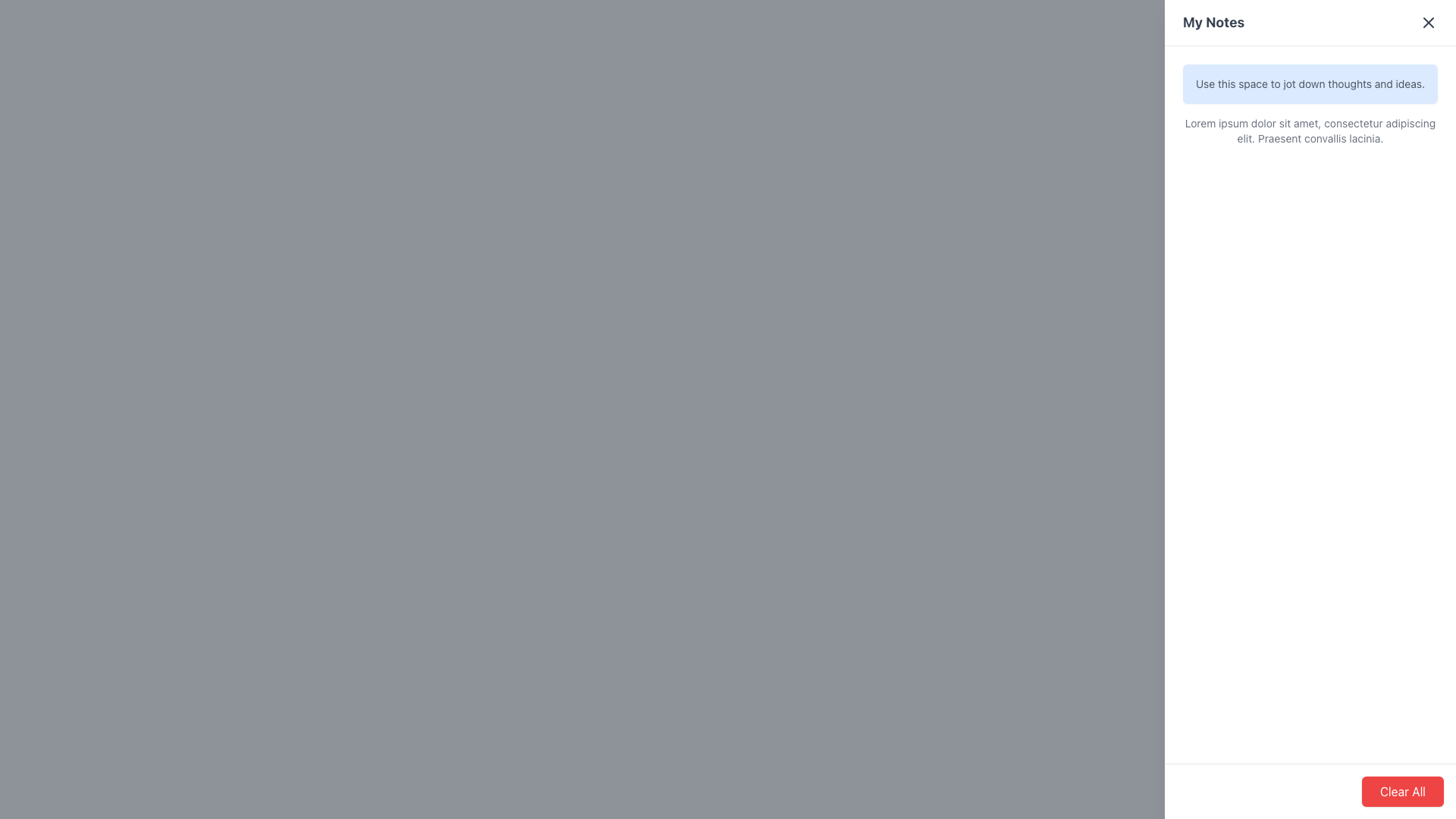 Image resolution: width=1456 pixels, height=819 pixels. What do you see at coordinates (1427, 23) in the screenshot?
I see `the close button located at the top-right corner of the 'My Notes' modal` at bounding box center [1427, 23].